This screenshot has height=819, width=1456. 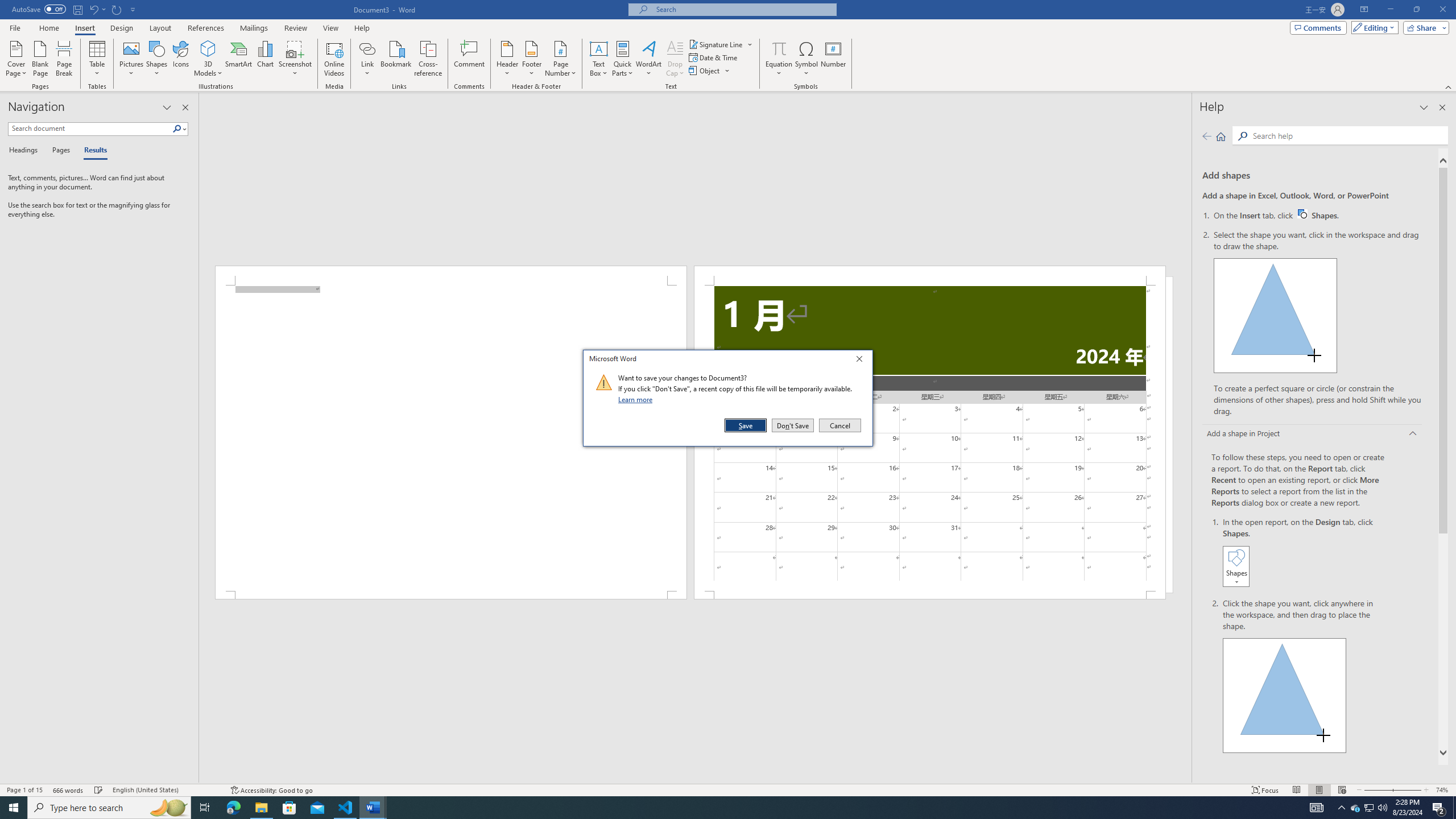 I want to click on 'File Tab', so click(x=14, y=27).